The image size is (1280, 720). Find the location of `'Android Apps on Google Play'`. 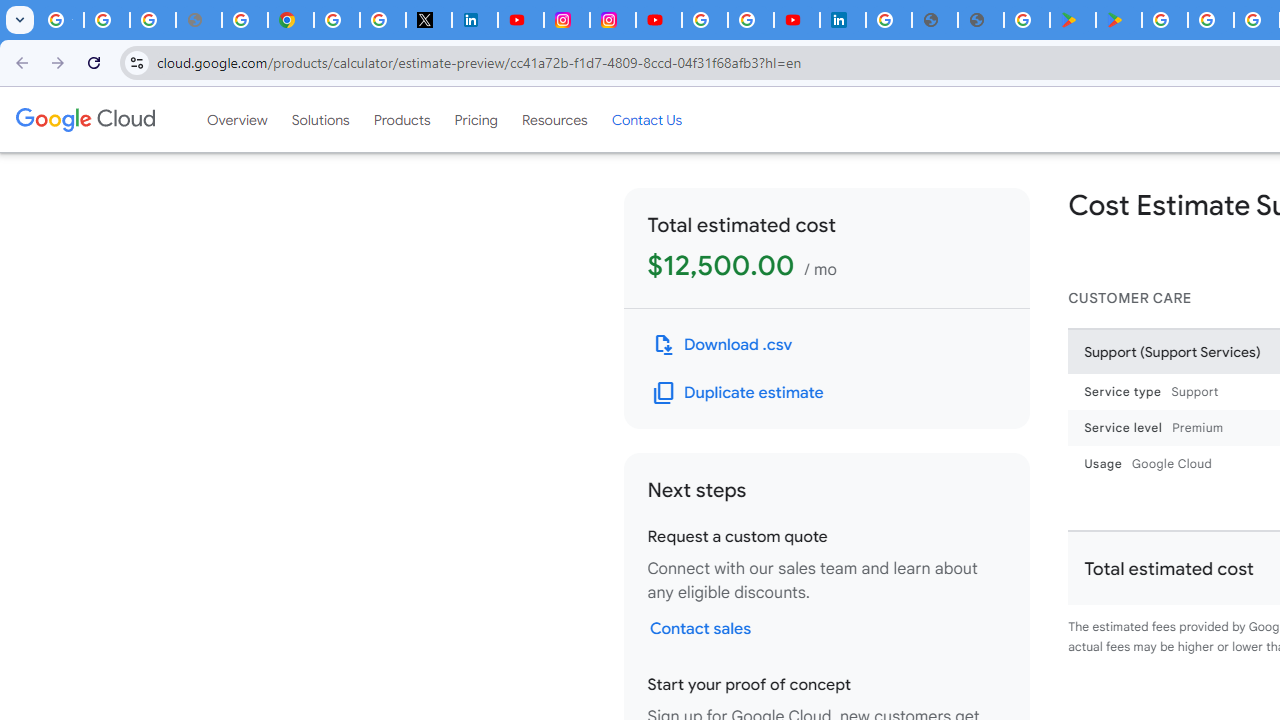

'Android Apps on Google Play' is located at coordinates (1071, 20).